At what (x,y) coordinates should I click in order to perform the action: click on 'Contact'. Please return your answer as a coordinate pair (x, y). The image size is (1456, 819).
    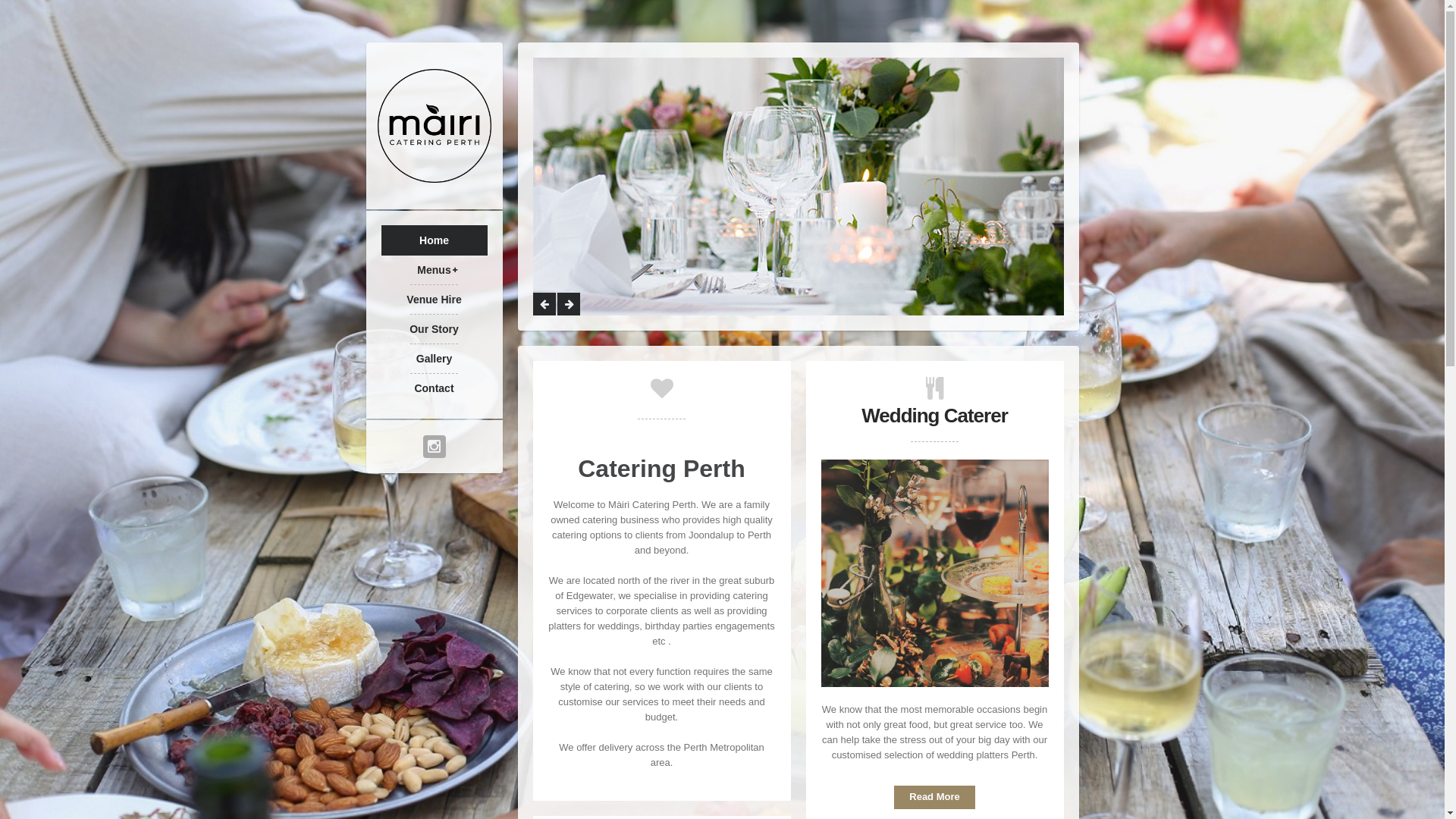
    Looking at the image, I should click on (432, 388).